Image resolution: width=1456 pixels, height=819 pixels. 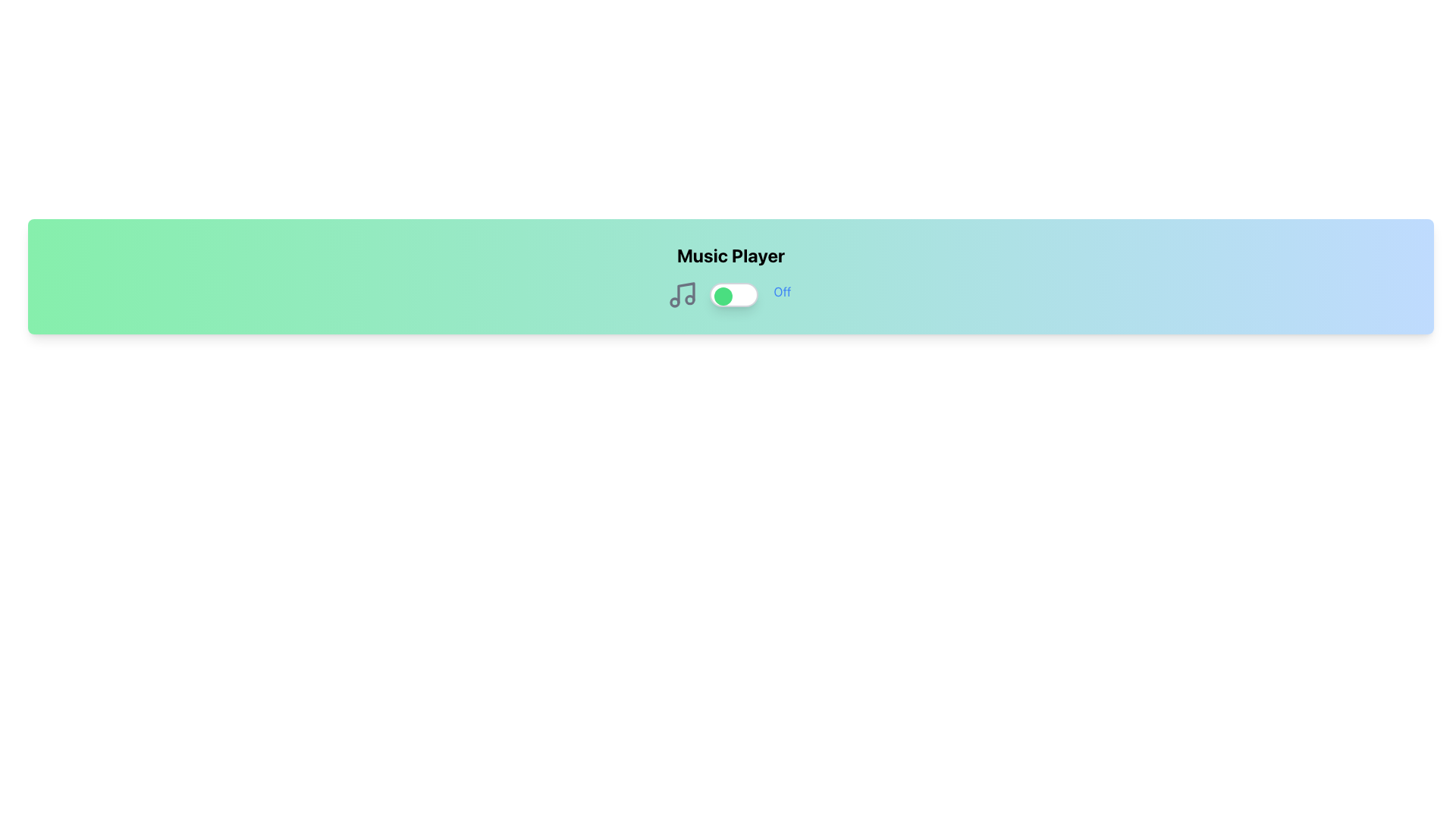 I want to click on the 'Off' text label styled in blue font, located at the end of a horizontal arrangement of music player controls including a musical note icon and a toggle switch, so click(x=783, y=295).